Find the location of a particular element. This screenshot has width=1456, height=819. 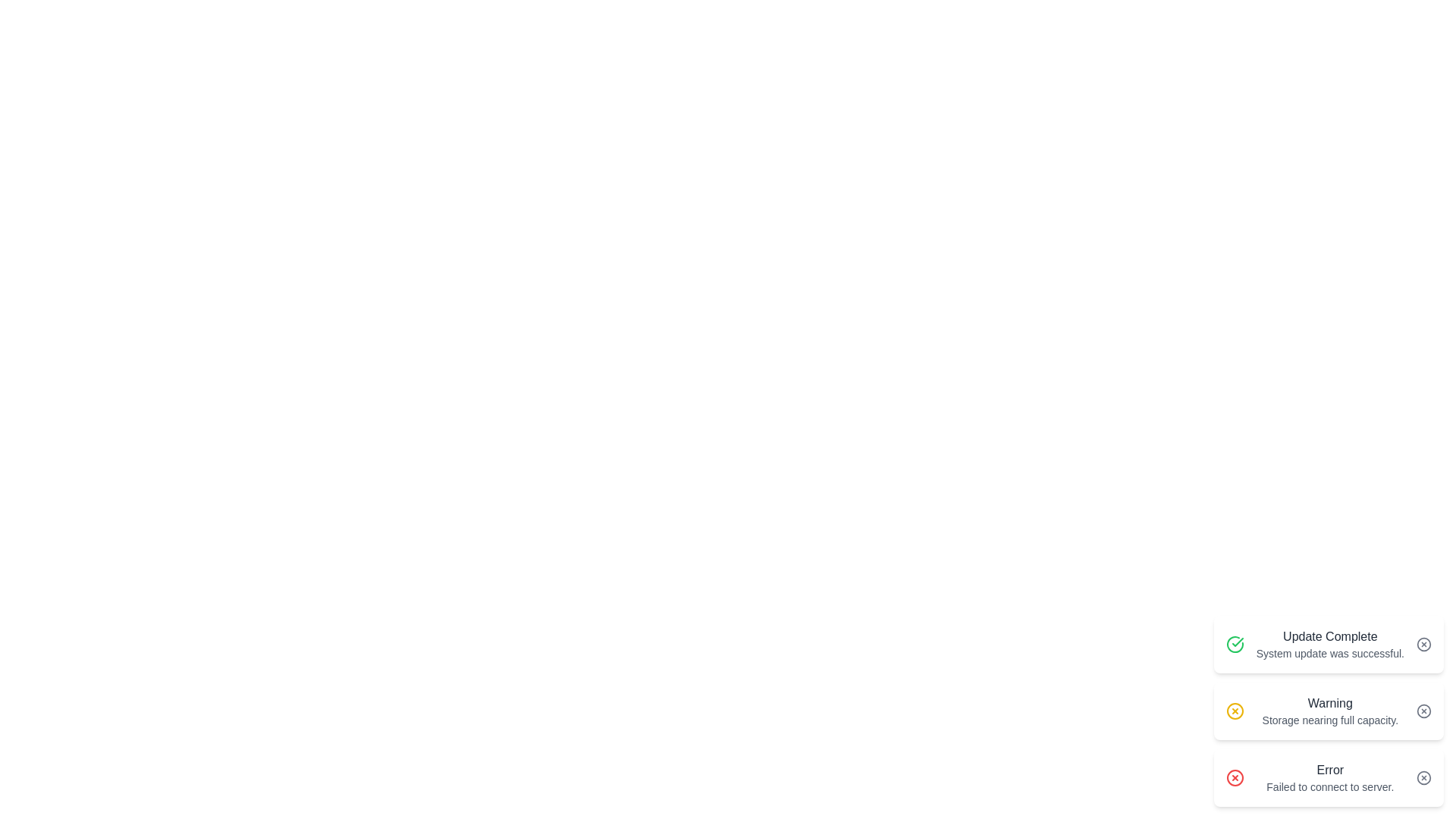

text label displaying 'Warning', which is part of a notification interface and is aligned to the left of a warning icon is located at coordinates (1329, 704).